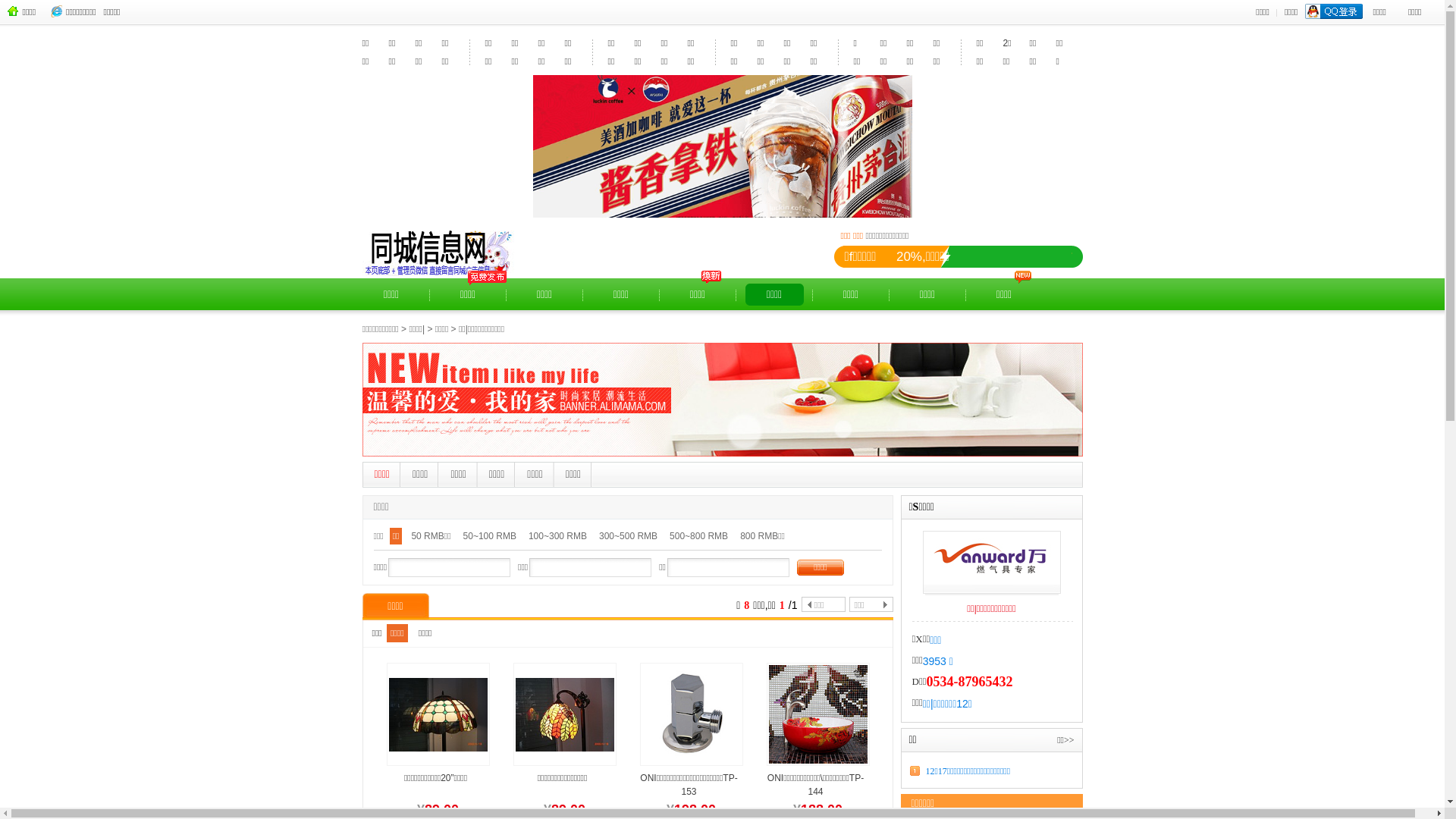 This screenshot has height=819, width=1456. I want to click on '50~100 RMB', so click(490, 558).